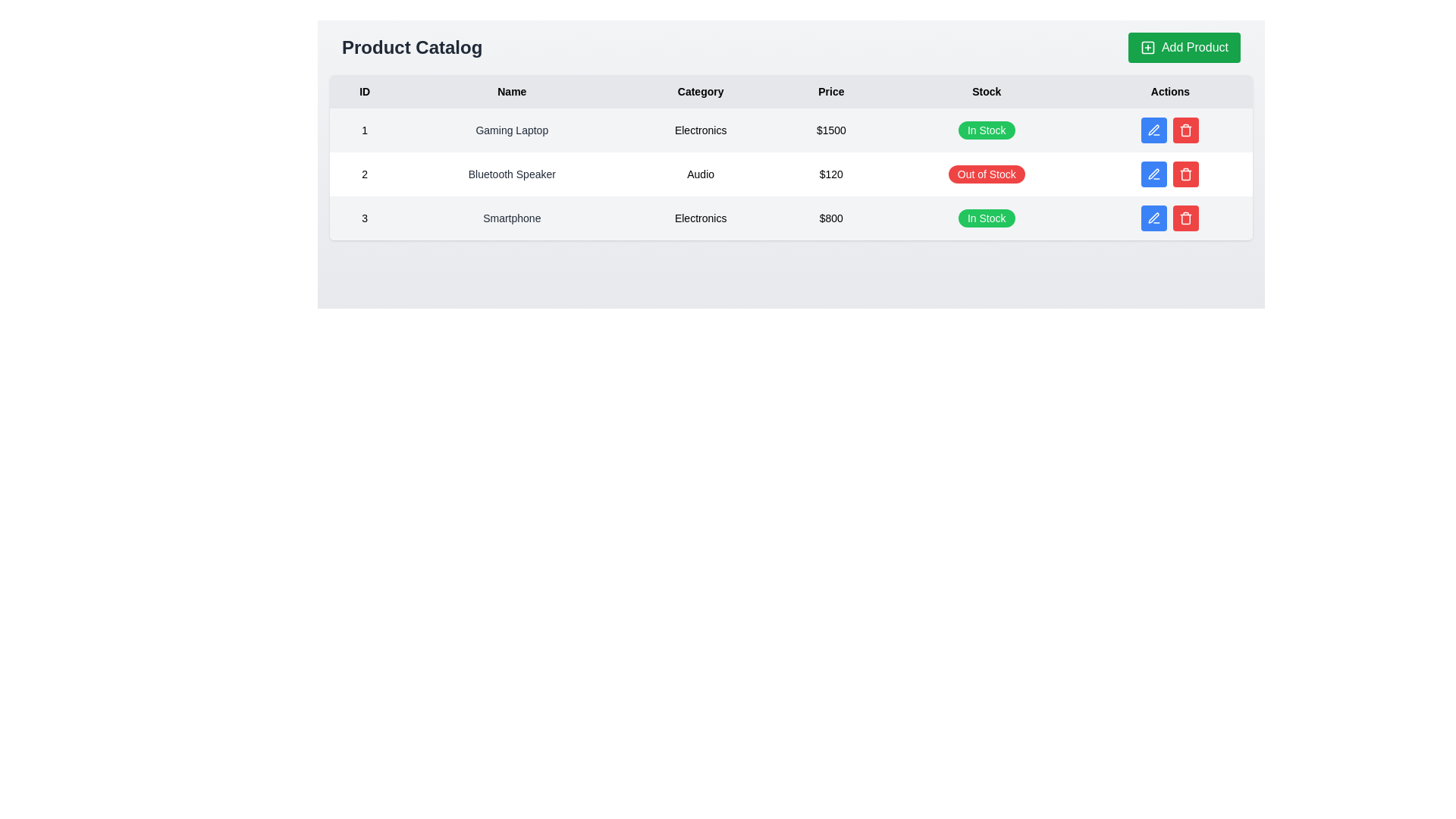  Describe the element at coordinates (987, 218) in the screenshot. I see `the Status indicator label that shows the stock status of the Smartphone, located in the 'Stock' column of the third row in the table` at that location.